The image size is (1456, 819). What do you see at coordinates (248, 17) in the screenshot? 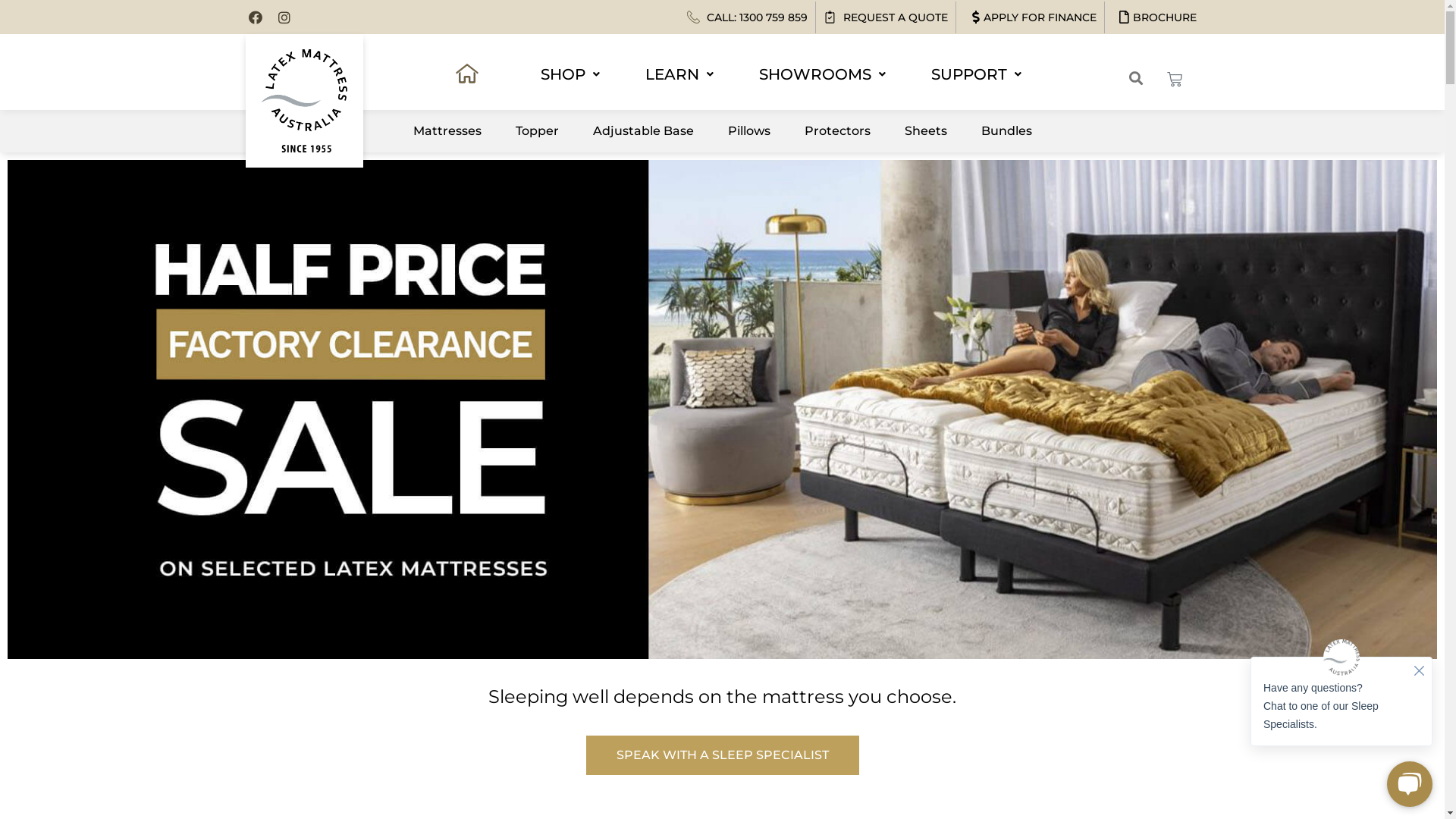
I see `'Facebook'` at bounding box center [248, 17].